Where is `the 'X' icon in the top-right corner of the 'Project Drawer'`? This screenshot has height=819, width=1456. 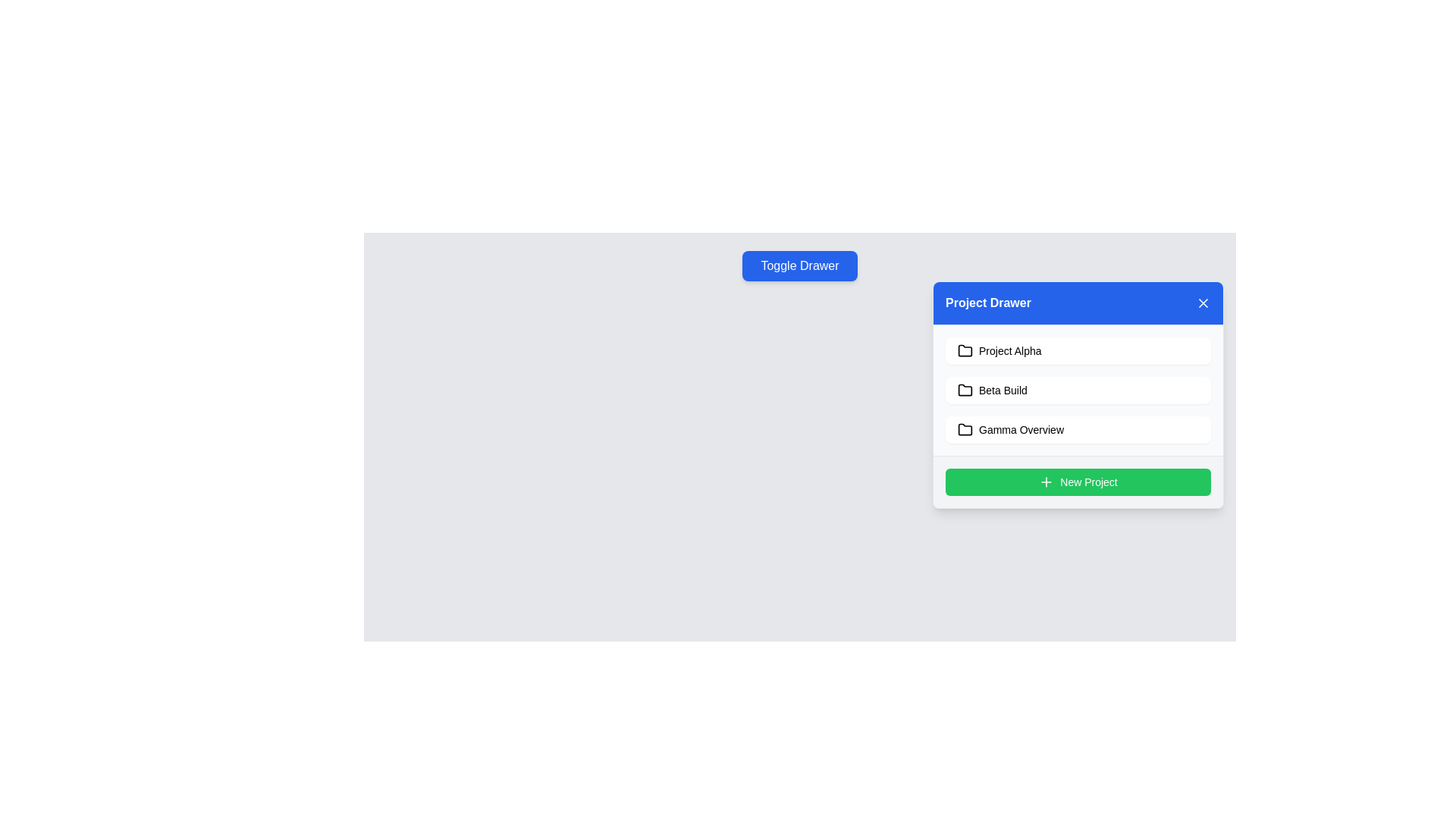 the 'X' icon in the top-right corner of the 'Project Drawer' is located at coordinates (1203, 303).